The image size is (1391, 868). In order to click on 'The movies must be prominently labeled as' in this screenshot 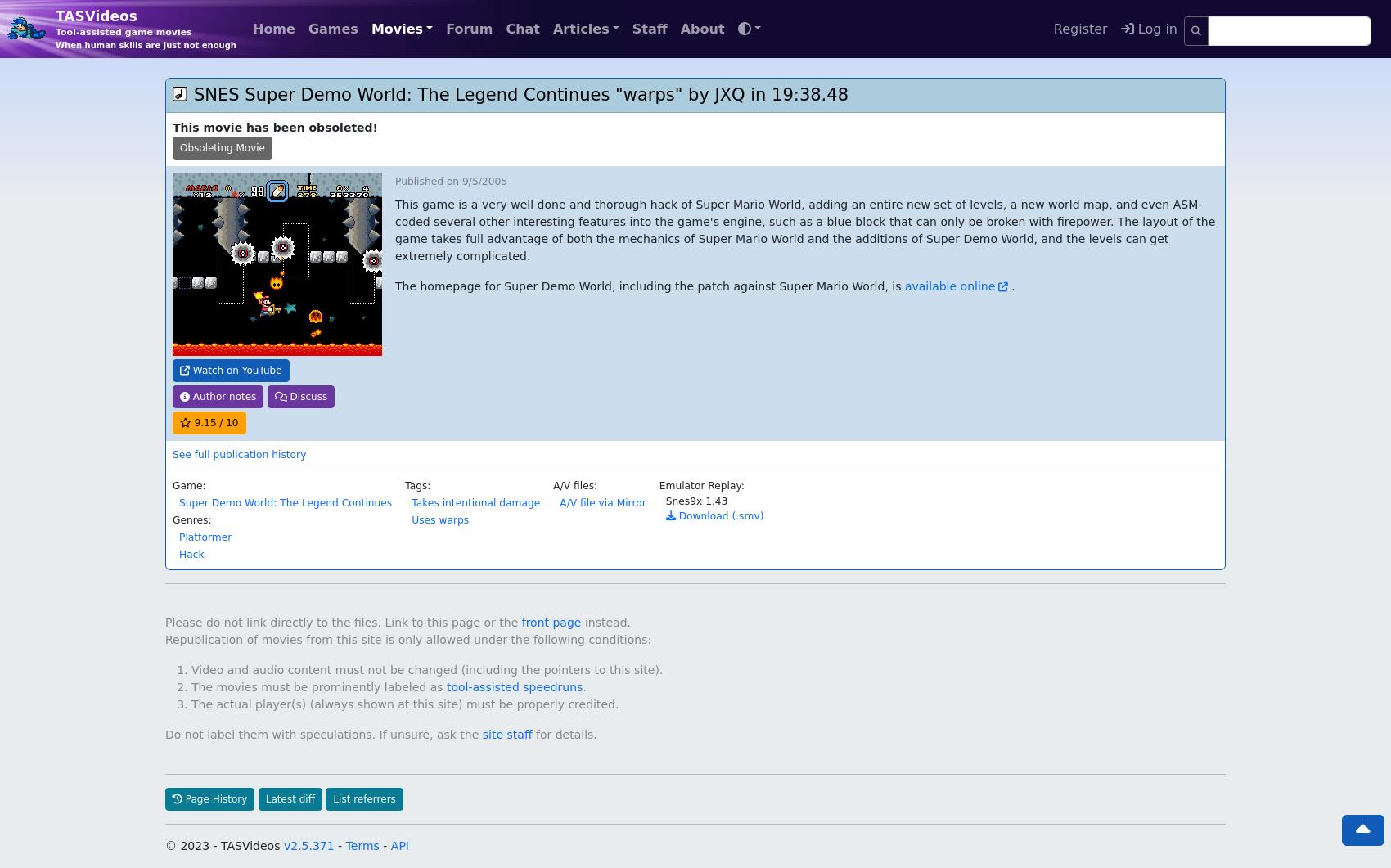, I will do `click(317, 652)`.